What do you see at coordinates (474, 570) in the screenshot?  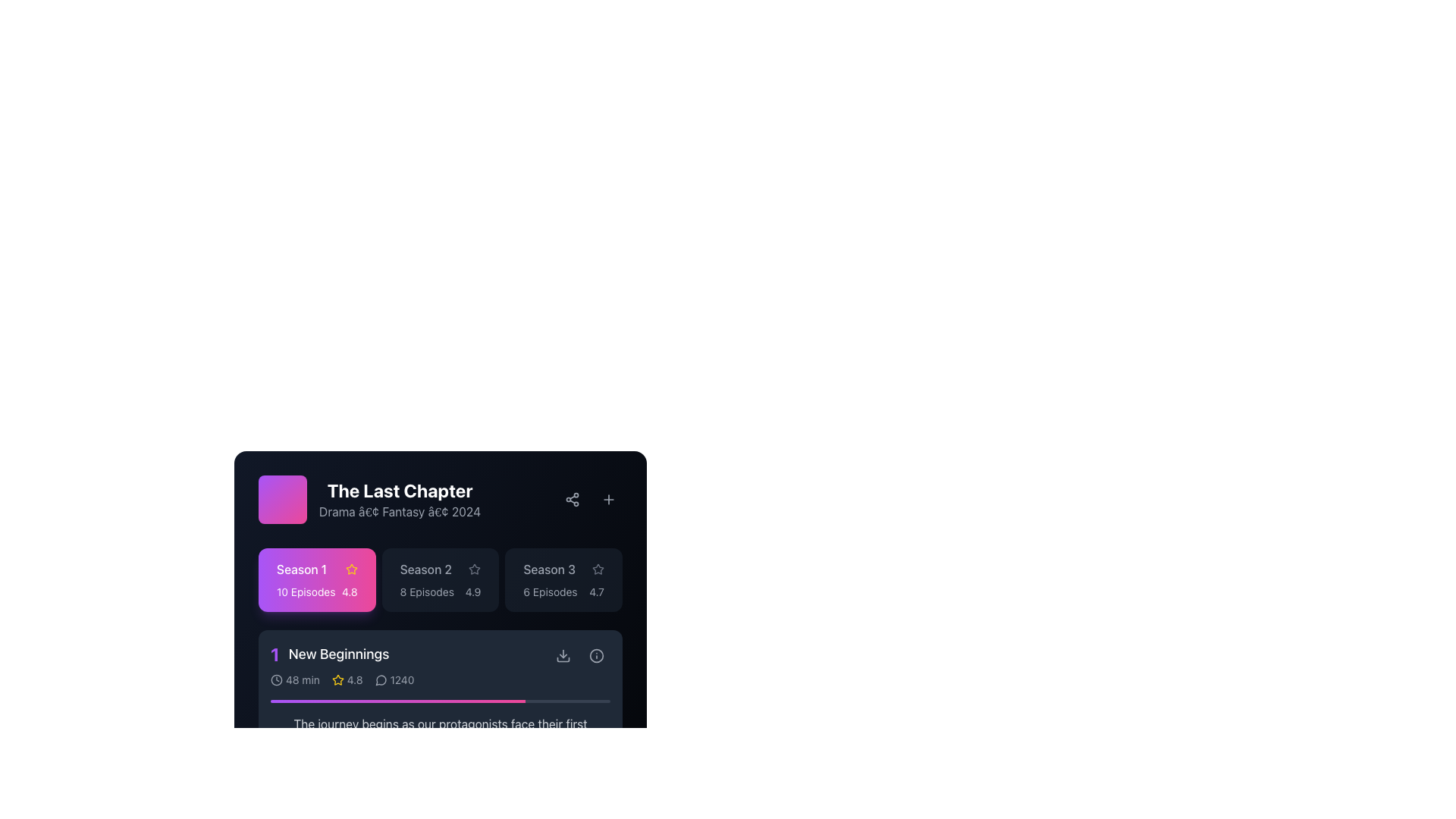 I see `the hollow gray star icon located in the 'Season 2' section, which is the second section from the left` at bounding box center [474, 570].